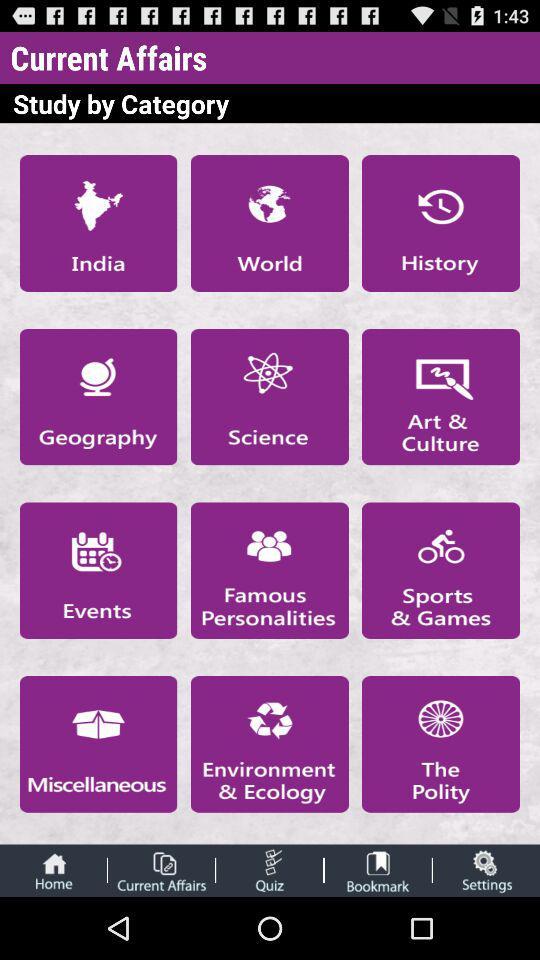  Describe the element at coordinates (269, 223) in the screenshot. I see `category world` at that location.